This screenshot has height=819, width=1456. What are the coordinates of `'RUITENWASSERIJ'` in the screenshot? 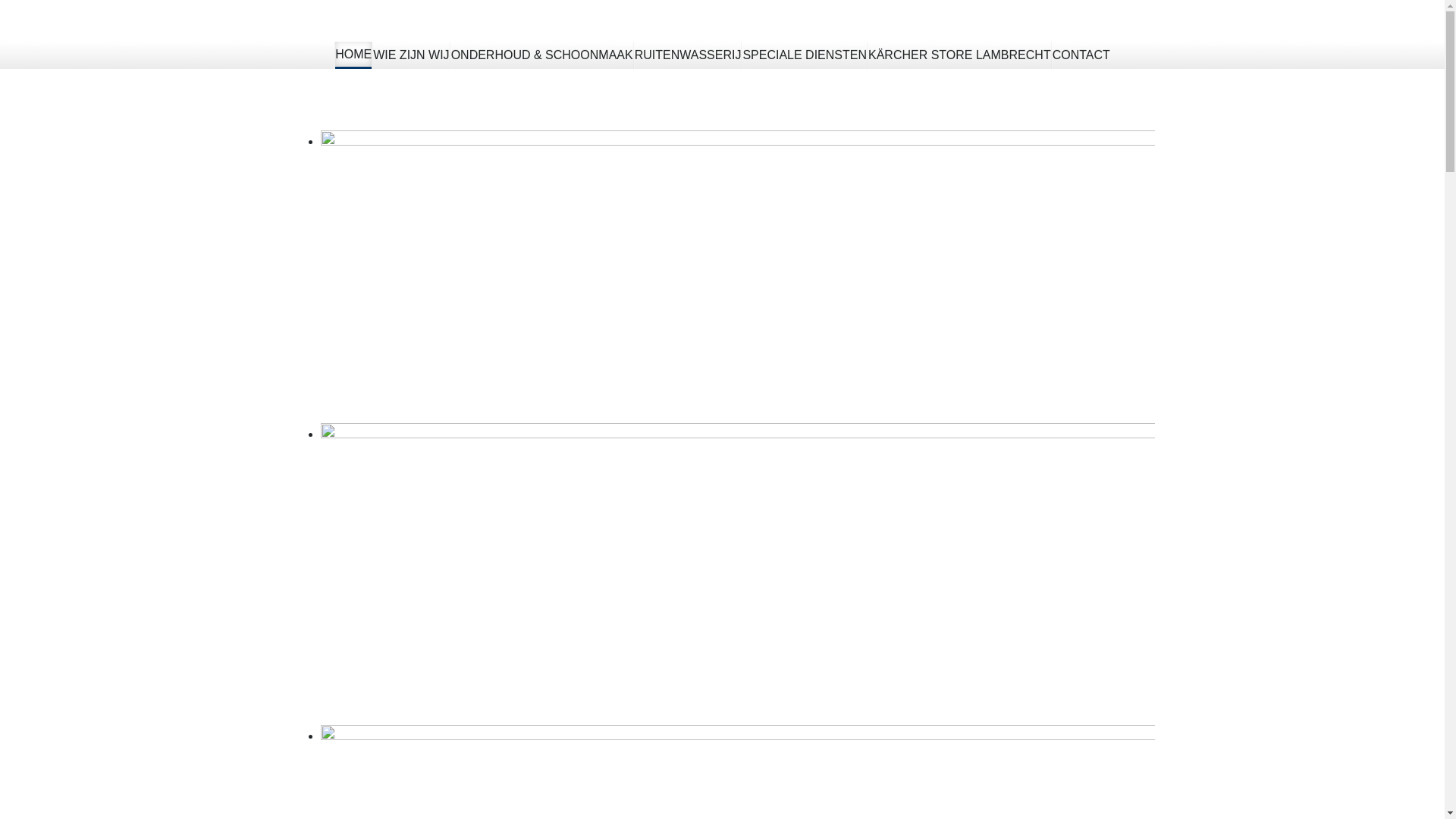 It's located at (687, 55).